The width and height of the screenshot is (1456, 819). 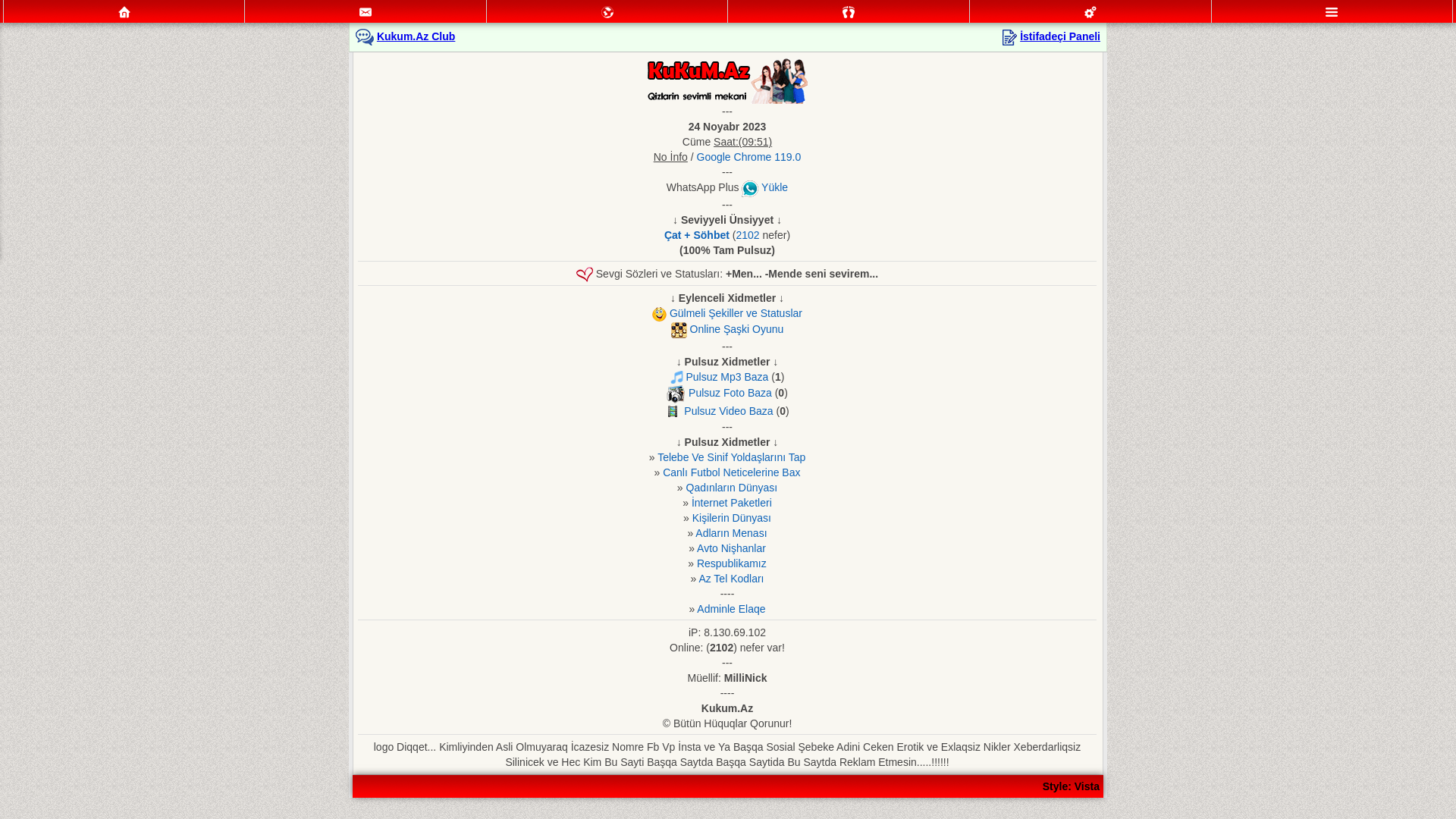 What do you see at coordinates (416, 35) in the screenshot?
I see `'Kukum.Az Club'` at bounding box center [416, 35].